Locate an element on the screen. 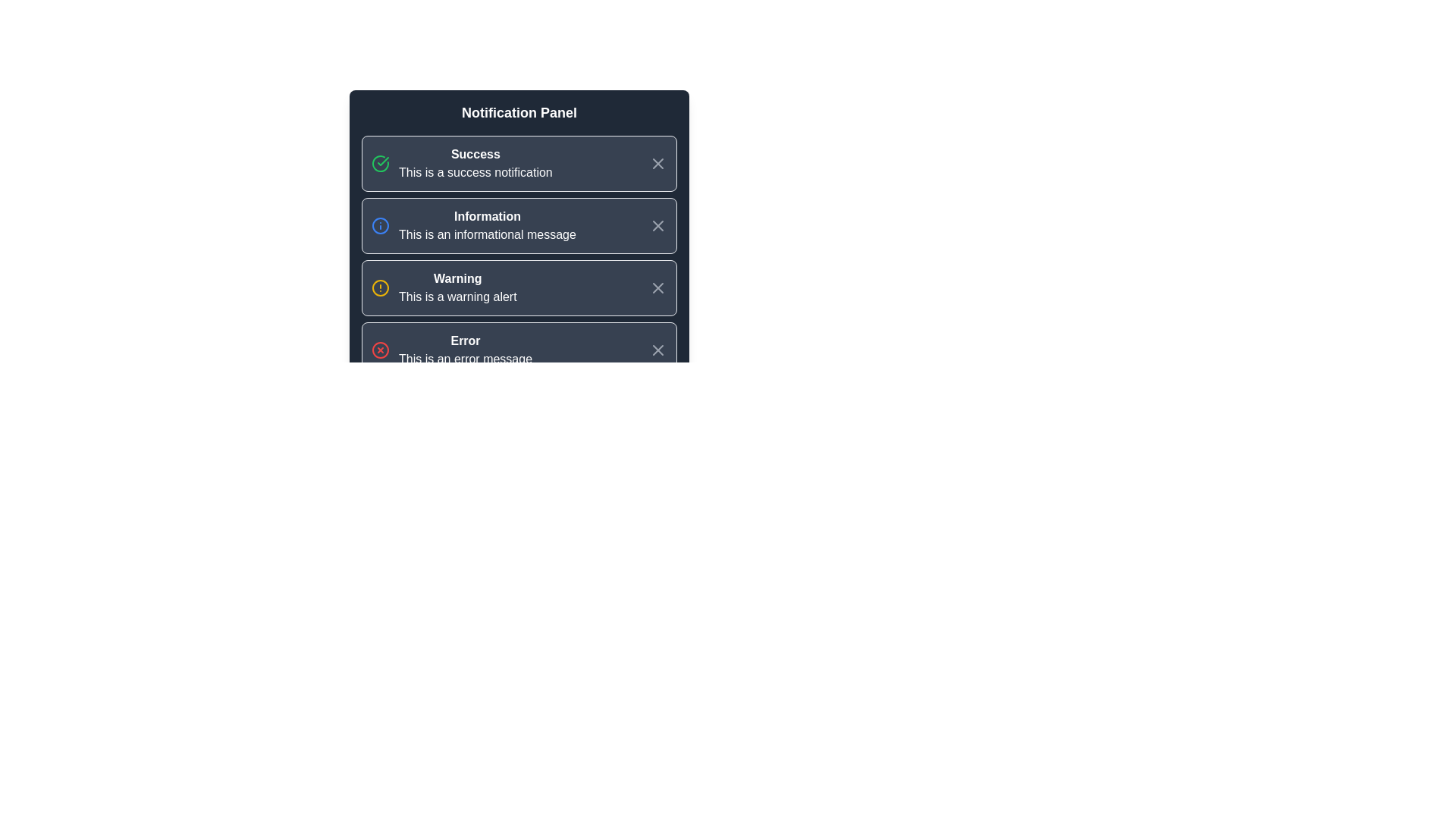 Image resolution: width=1456 pixels, height=819 pixels. the 'Information' icon located in the notification panel, which represents the 'Information' category is located at coordinates (381, 225).